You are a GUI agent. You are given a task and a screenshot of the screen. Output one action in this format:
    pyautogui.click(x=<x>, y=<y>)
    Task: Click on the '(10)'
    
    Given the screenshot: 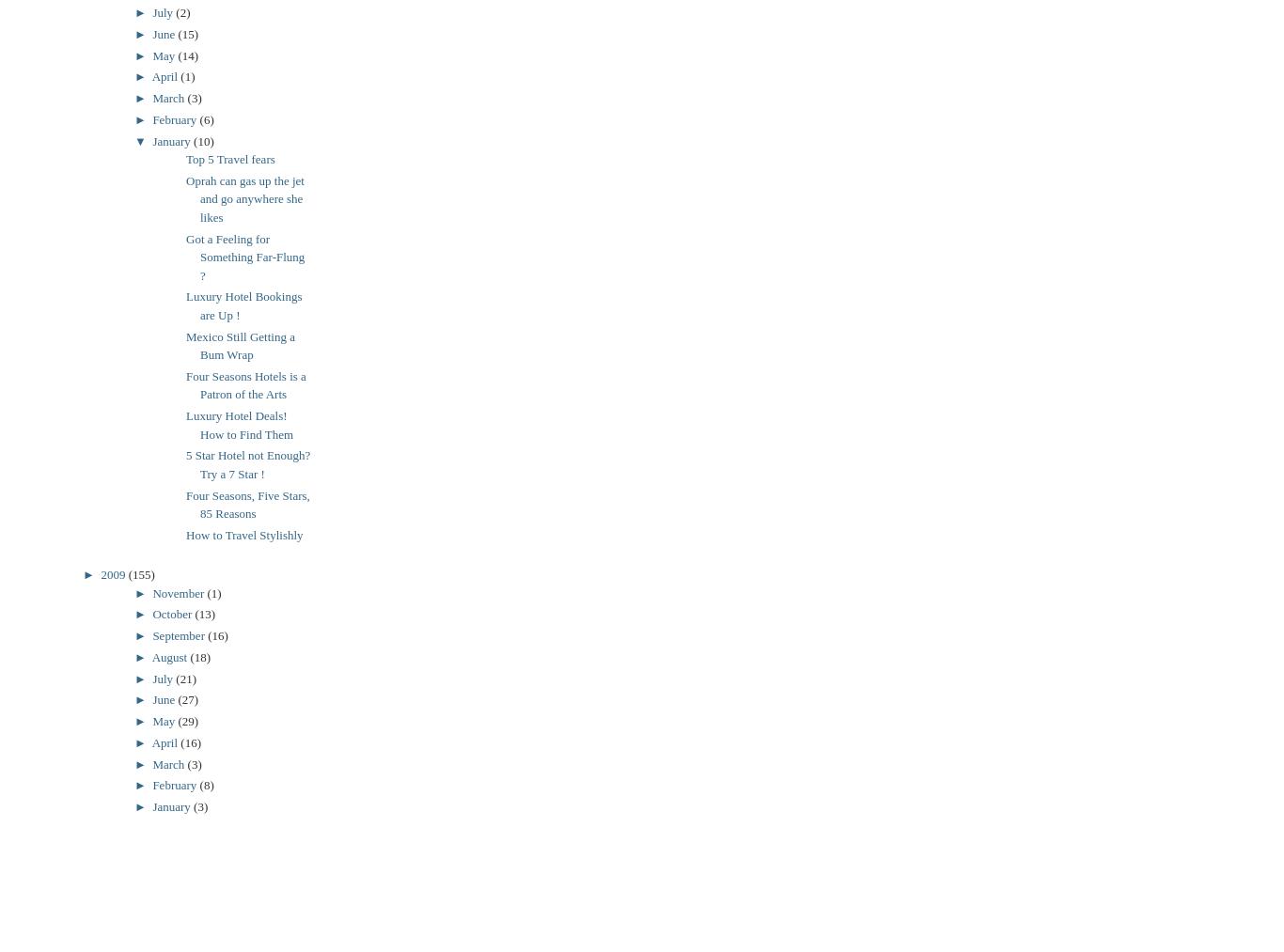 What is the action you would take?
    pyautogui.click(x=202, y=140)
    